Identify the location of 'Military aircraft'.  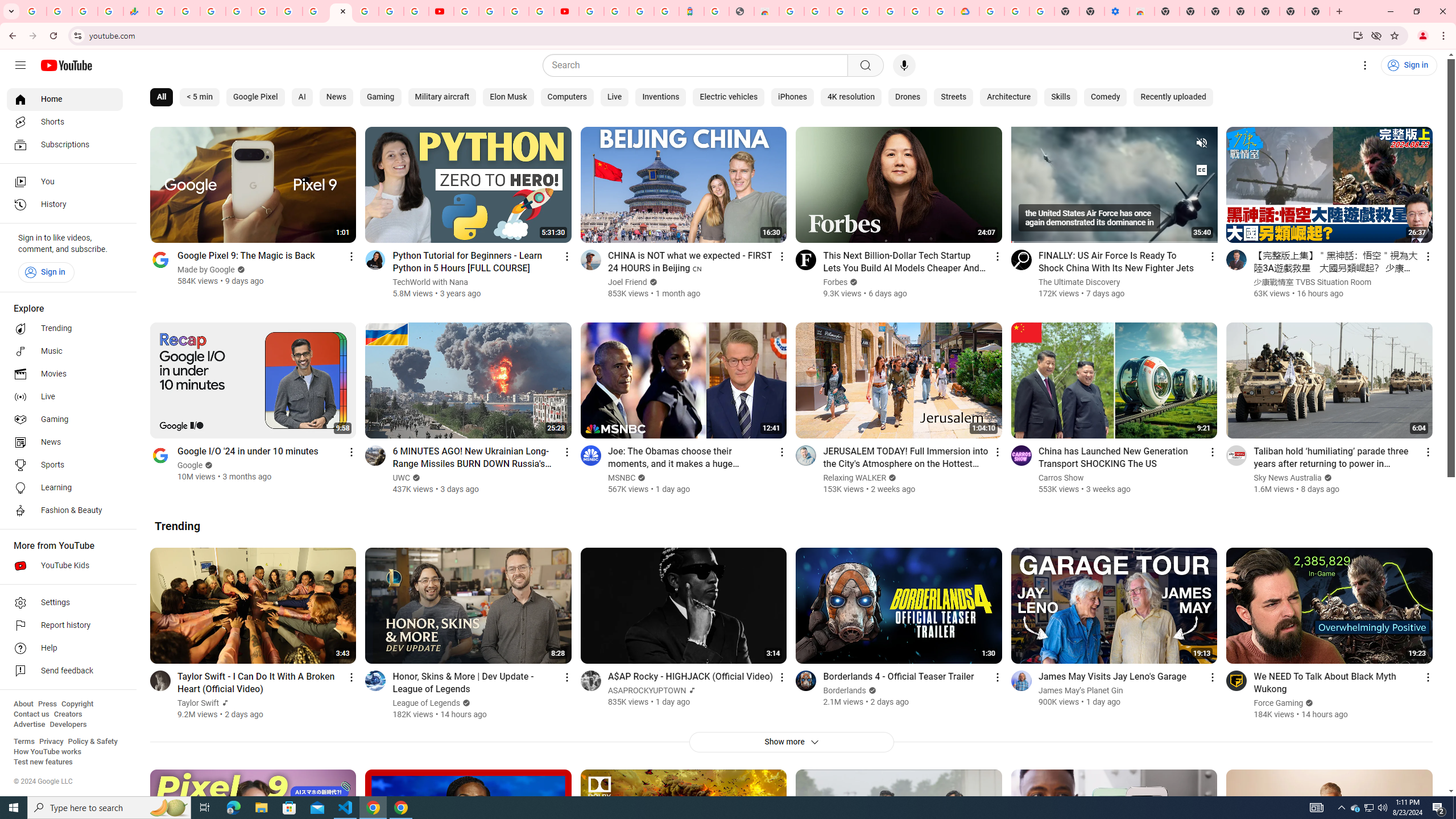
(441, 97).